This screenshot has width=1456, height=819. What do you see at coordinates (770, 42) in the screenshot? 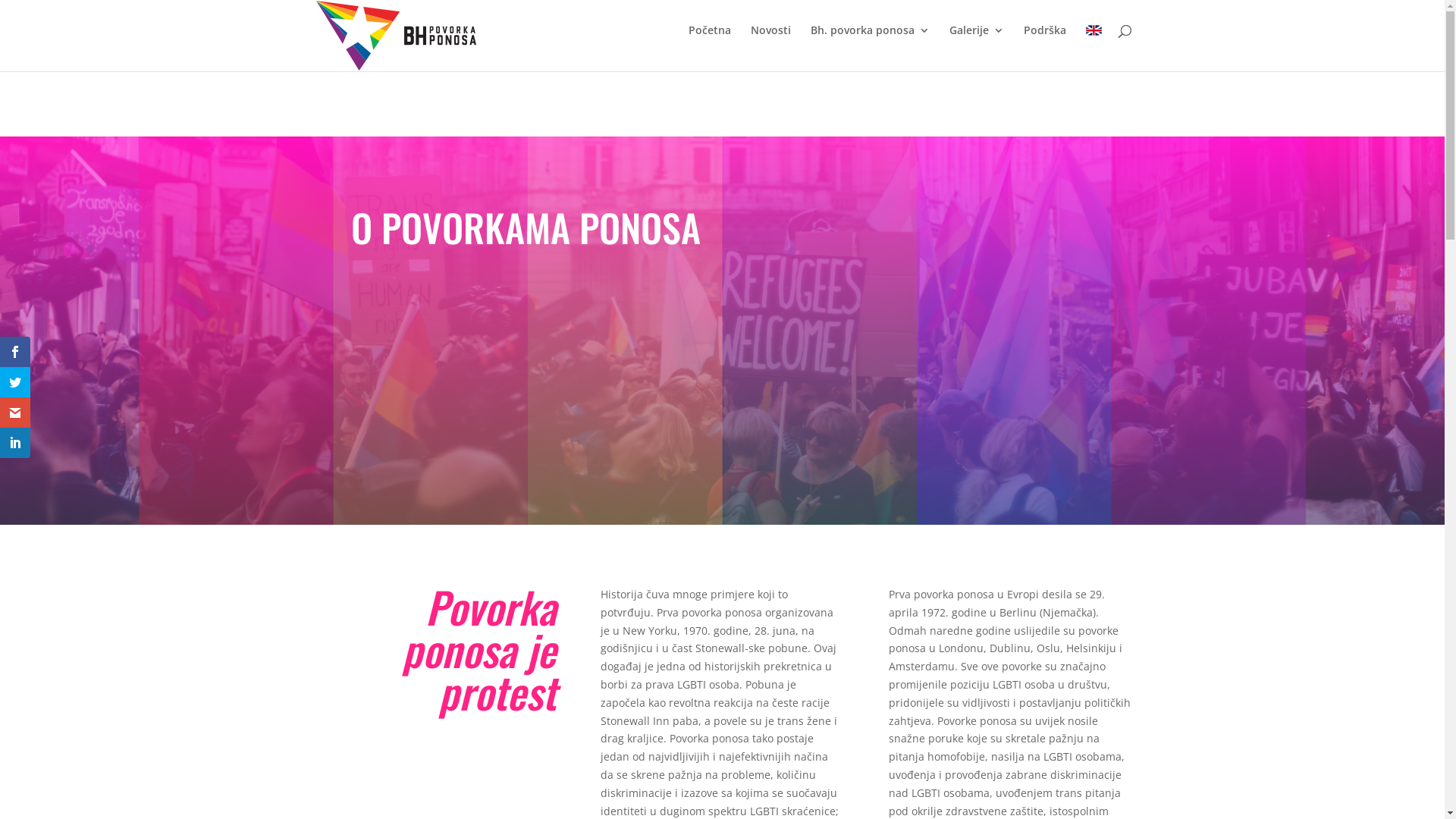
I see `'Novosti'` at bounding box center [770, 42].